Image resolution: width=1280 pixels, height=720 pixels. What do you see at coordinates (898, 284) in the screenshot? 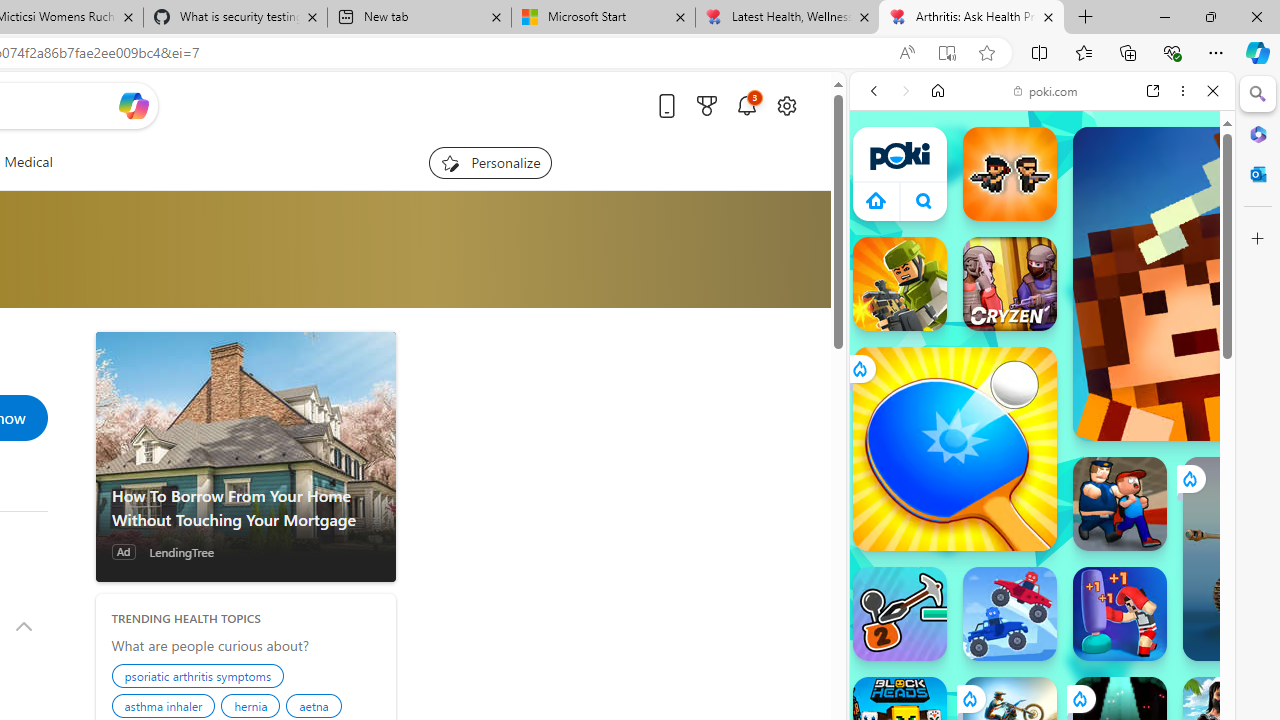
I see `'Kour.io Kour.io'` at bounding box center [898, 284].